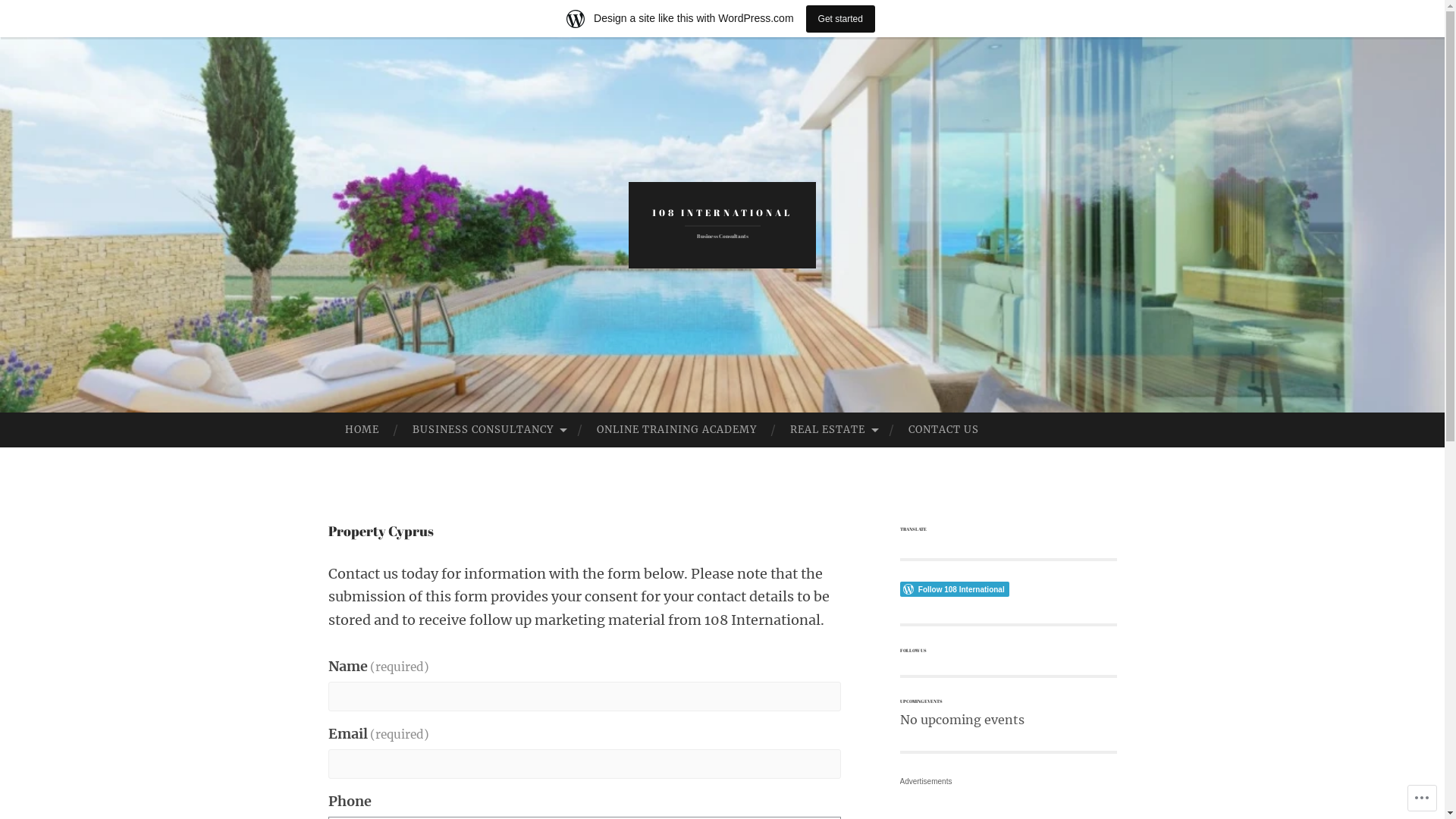 This screenshot has width=1456, height=819. What do you see at coordinates (773, 430) in the screenshot?
I see `'REAL ESTATE'` at bounding box center [773, 430].